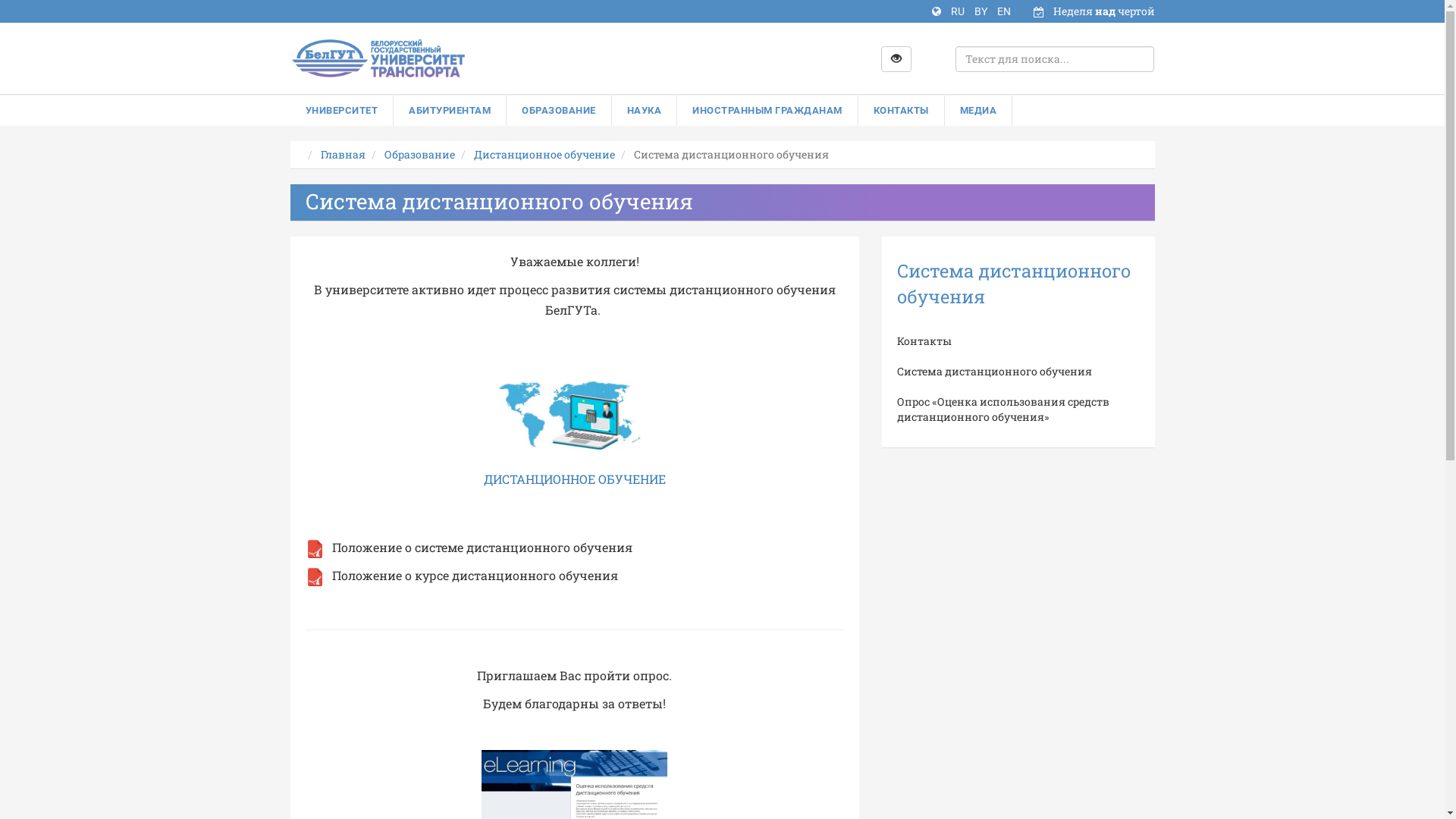 The width and height of the screenshot is (1456, 819). What do you see at coordinates (958, 11) in the screenshot?
I see `'RU'` at bounding box center [958, 11].